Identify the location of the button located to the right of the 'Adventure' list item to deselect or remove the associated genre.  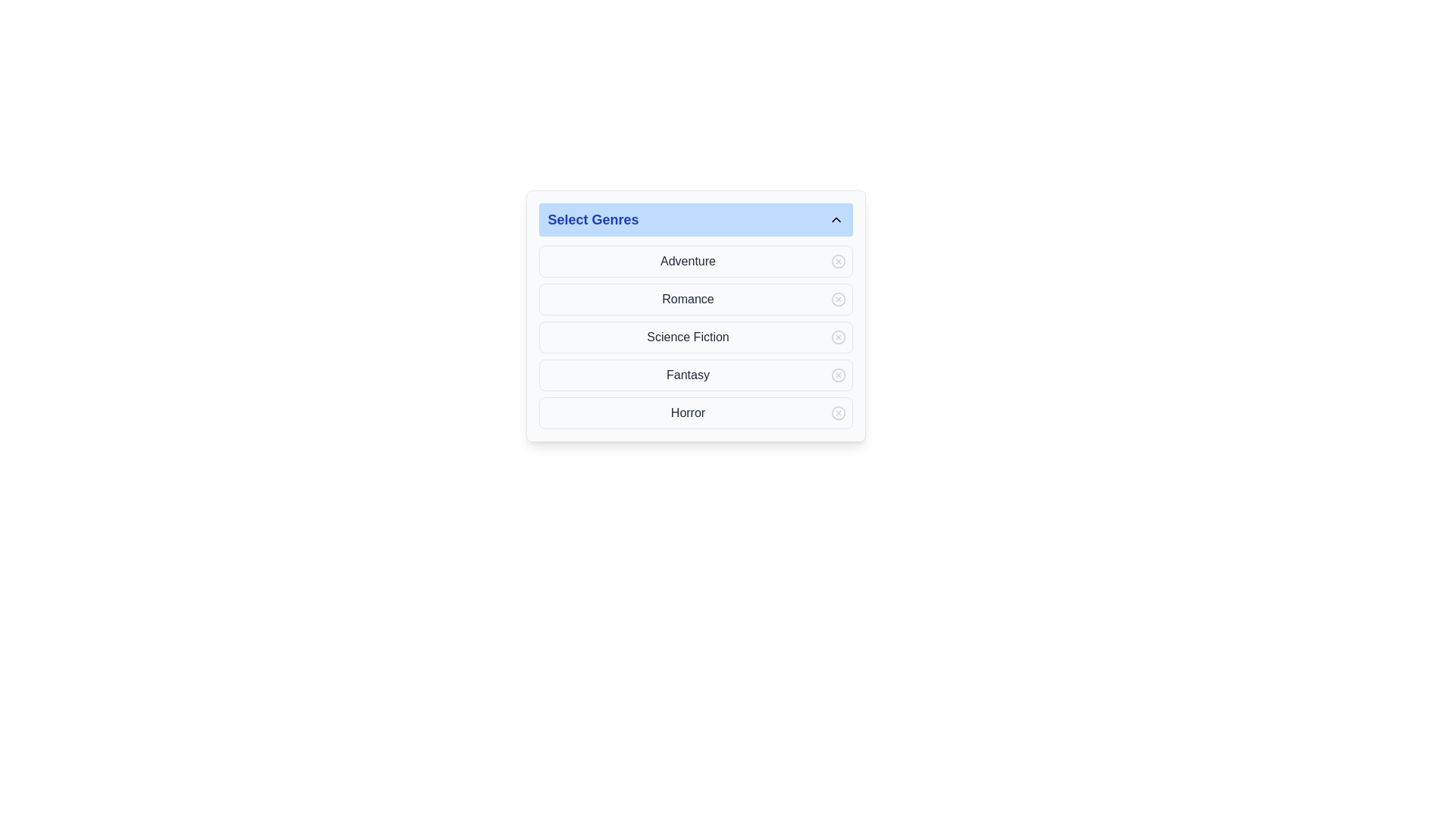
(837, 260).